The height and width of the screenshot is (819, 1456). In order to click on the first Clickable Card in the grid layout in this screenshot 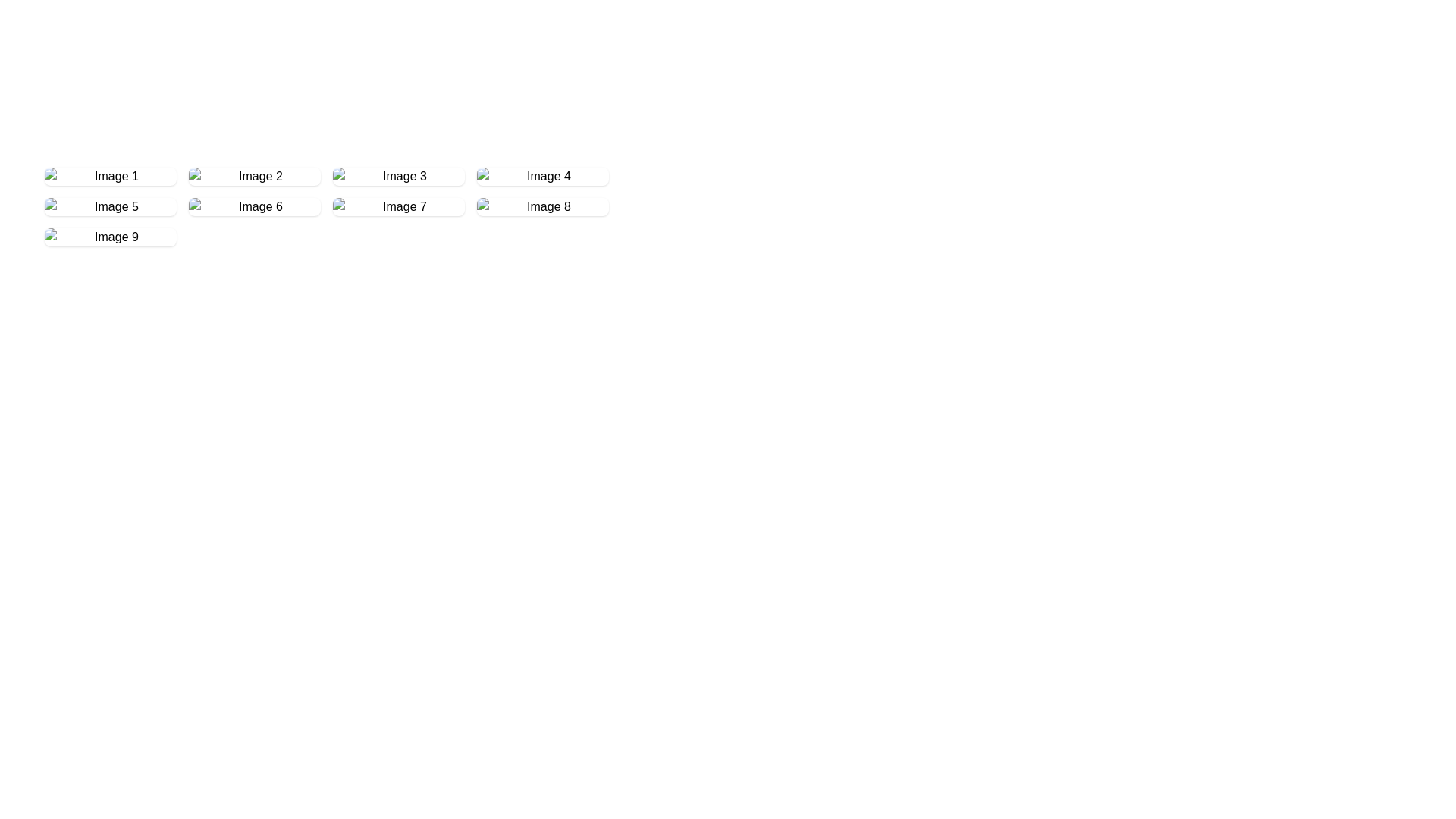, I will do `click(109, 175)`.